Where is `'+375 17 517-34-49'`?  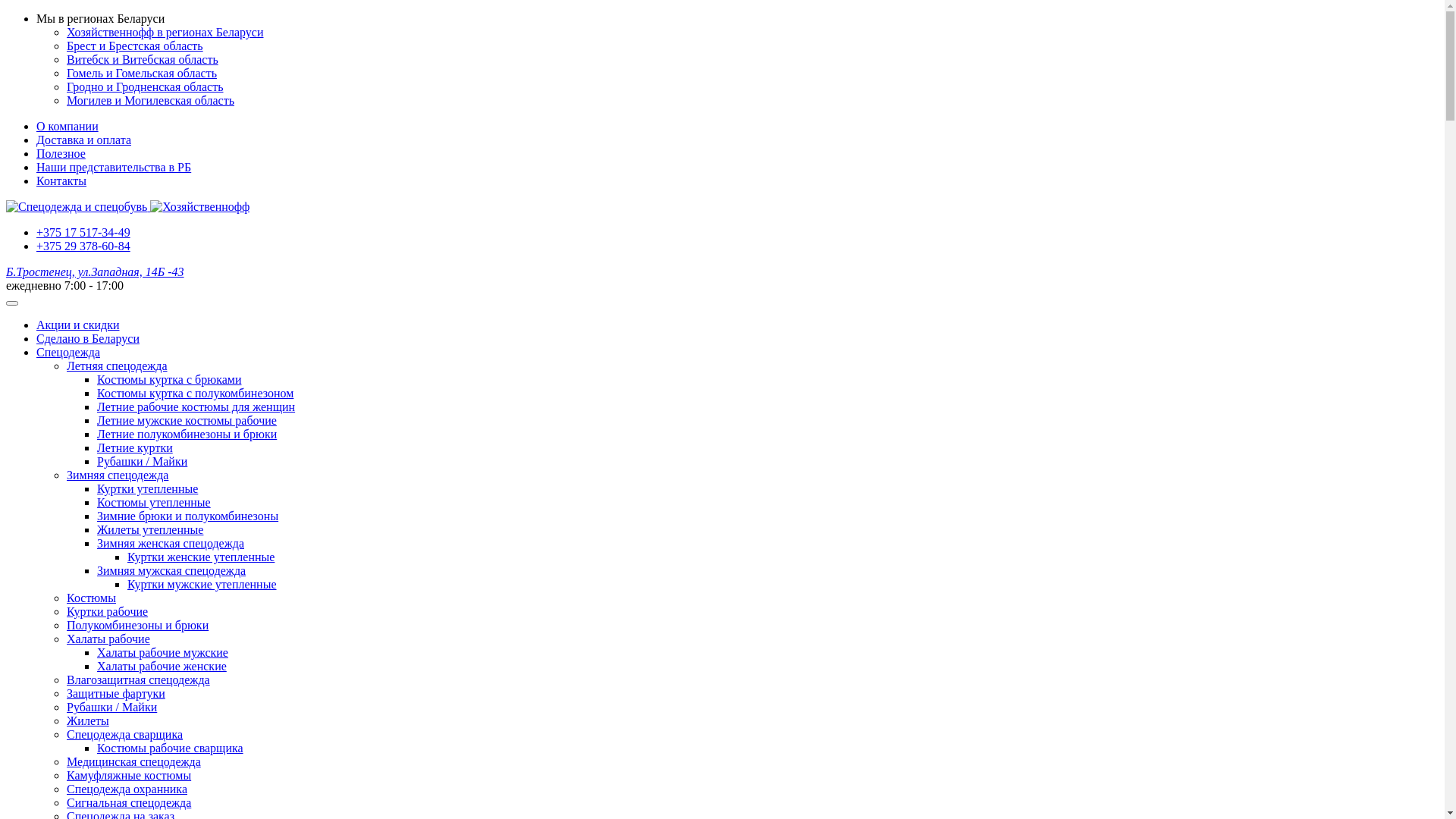 '+375 17 517-34-49' is located at coordinates (83, 232).